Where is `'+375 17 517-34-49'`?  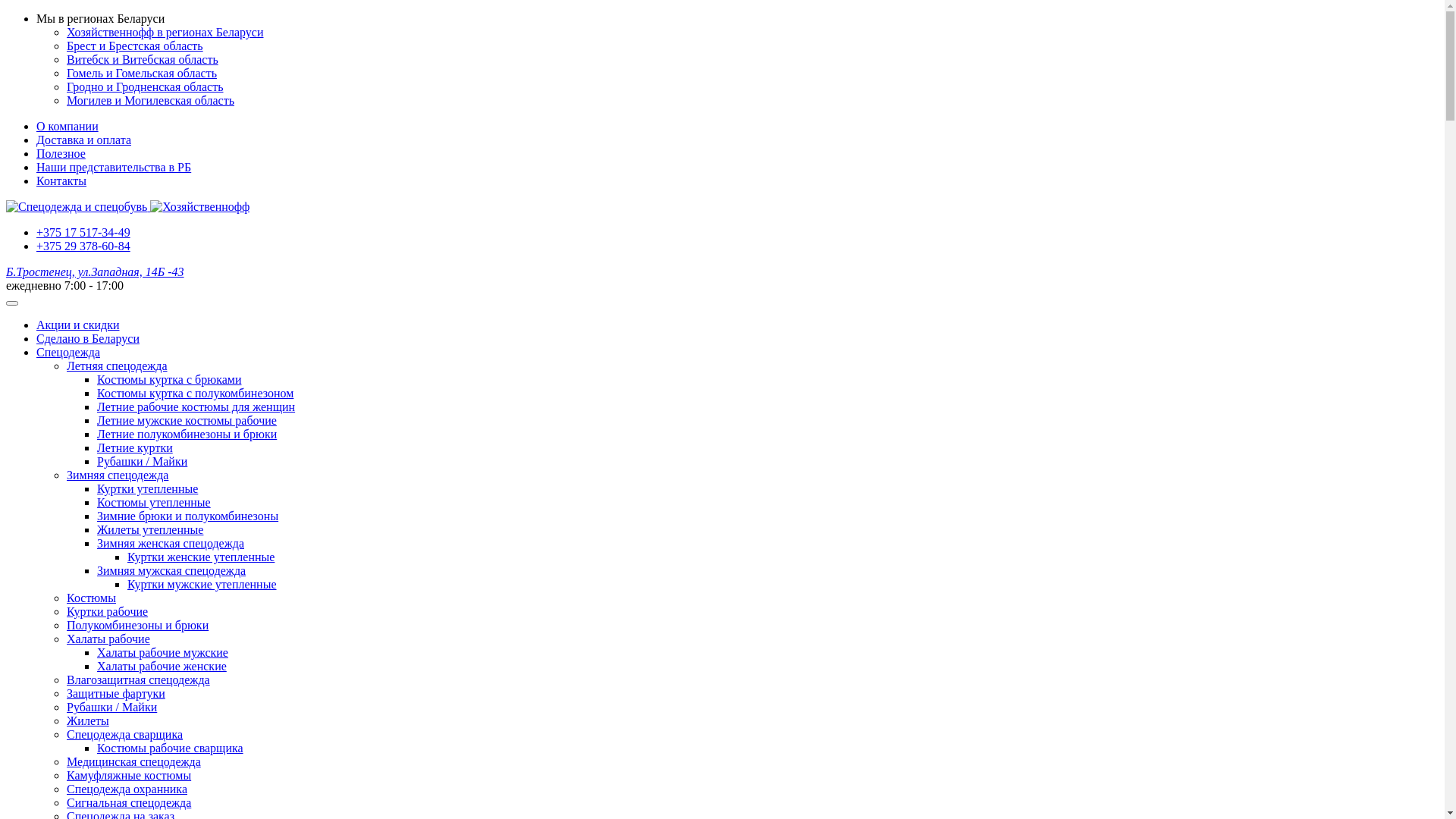 '+375 17 517-34-49' is located at coordinates (83, 232).